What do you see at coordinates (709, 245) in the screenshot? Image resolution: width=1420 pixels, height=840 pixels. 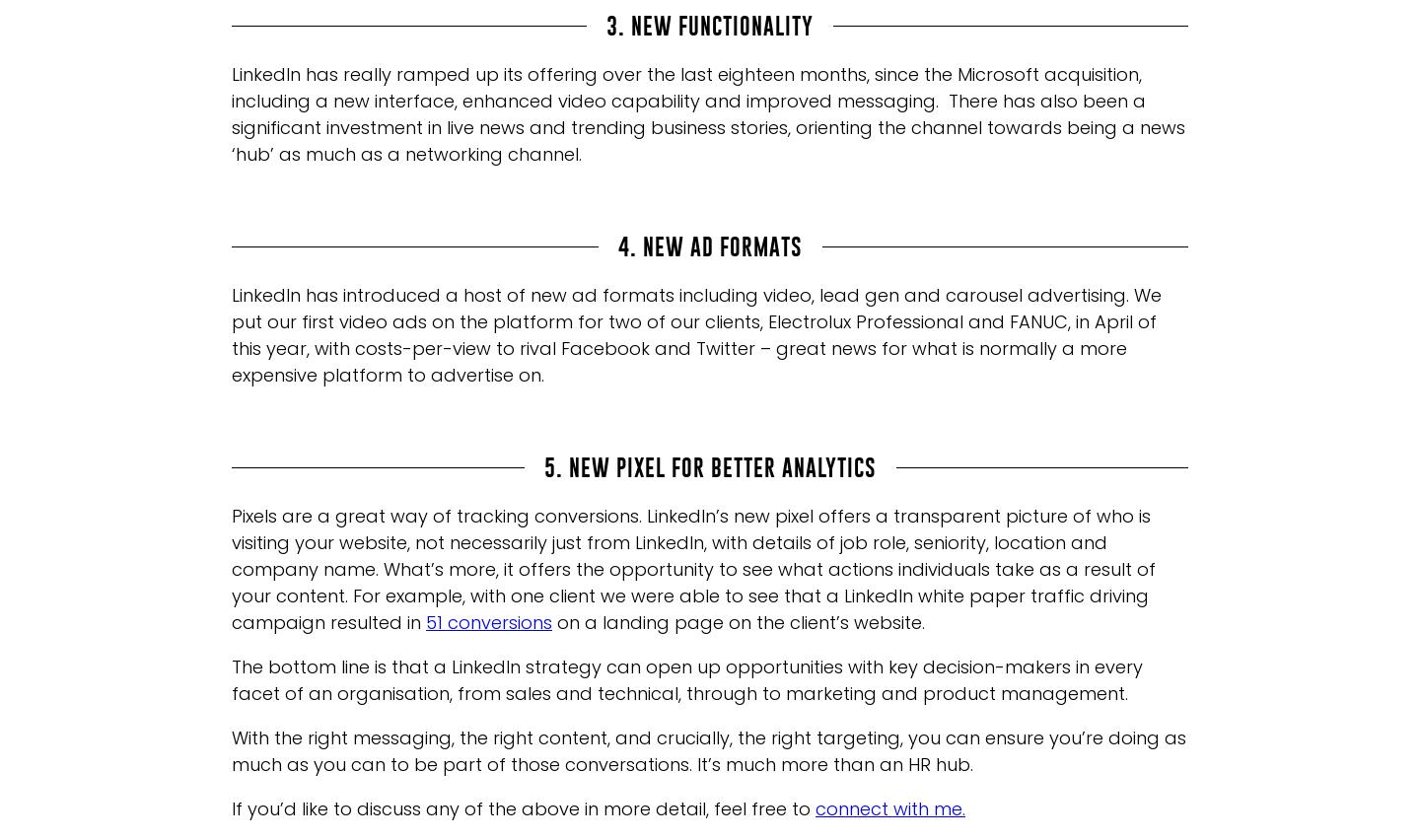 I see `'4. New Ad Formats'` at bounding box center [709, 245].